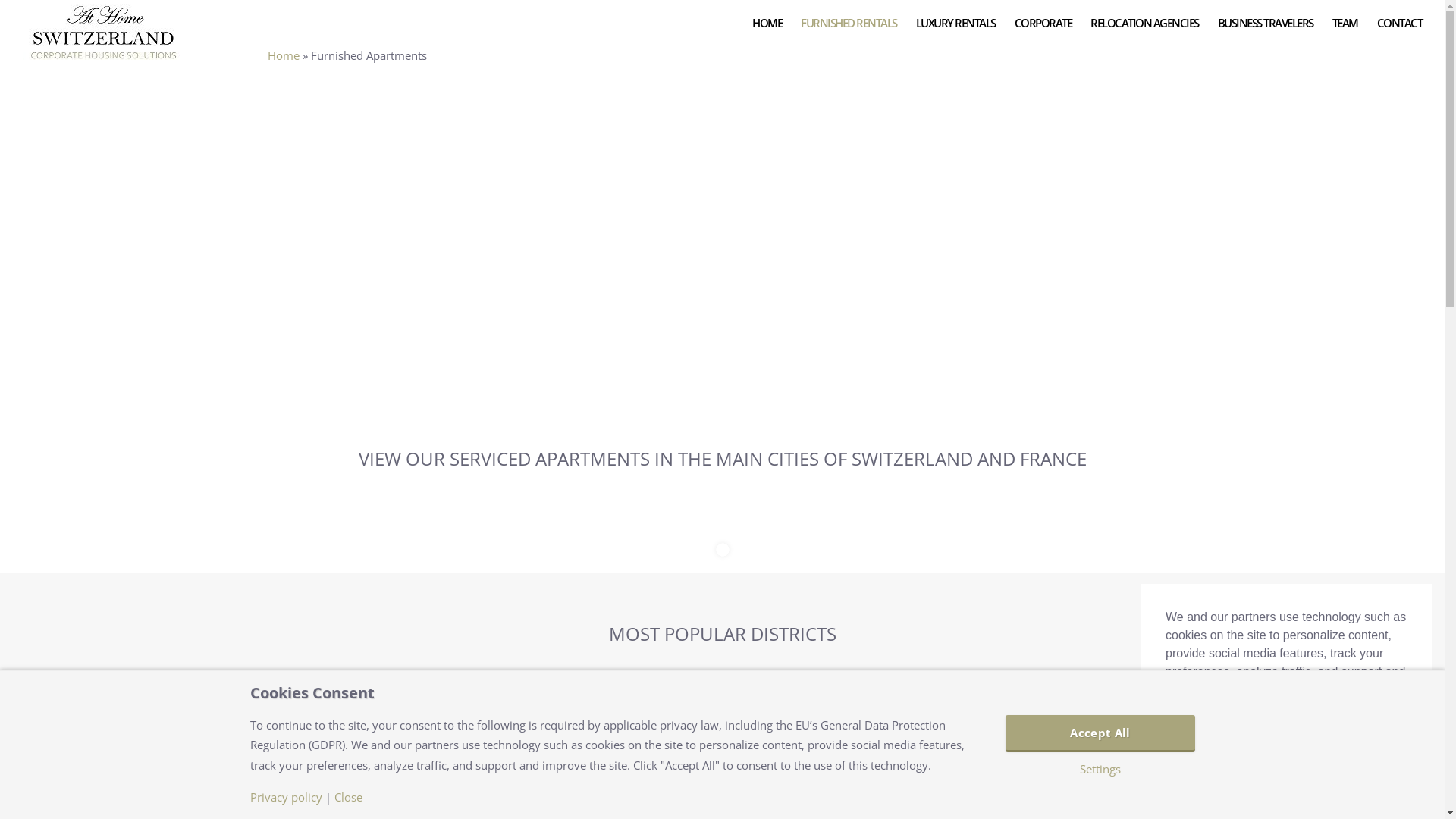 This screenshot has height=819, width=1456. I want to click on 'CORPORATE', so click(1015, 23).